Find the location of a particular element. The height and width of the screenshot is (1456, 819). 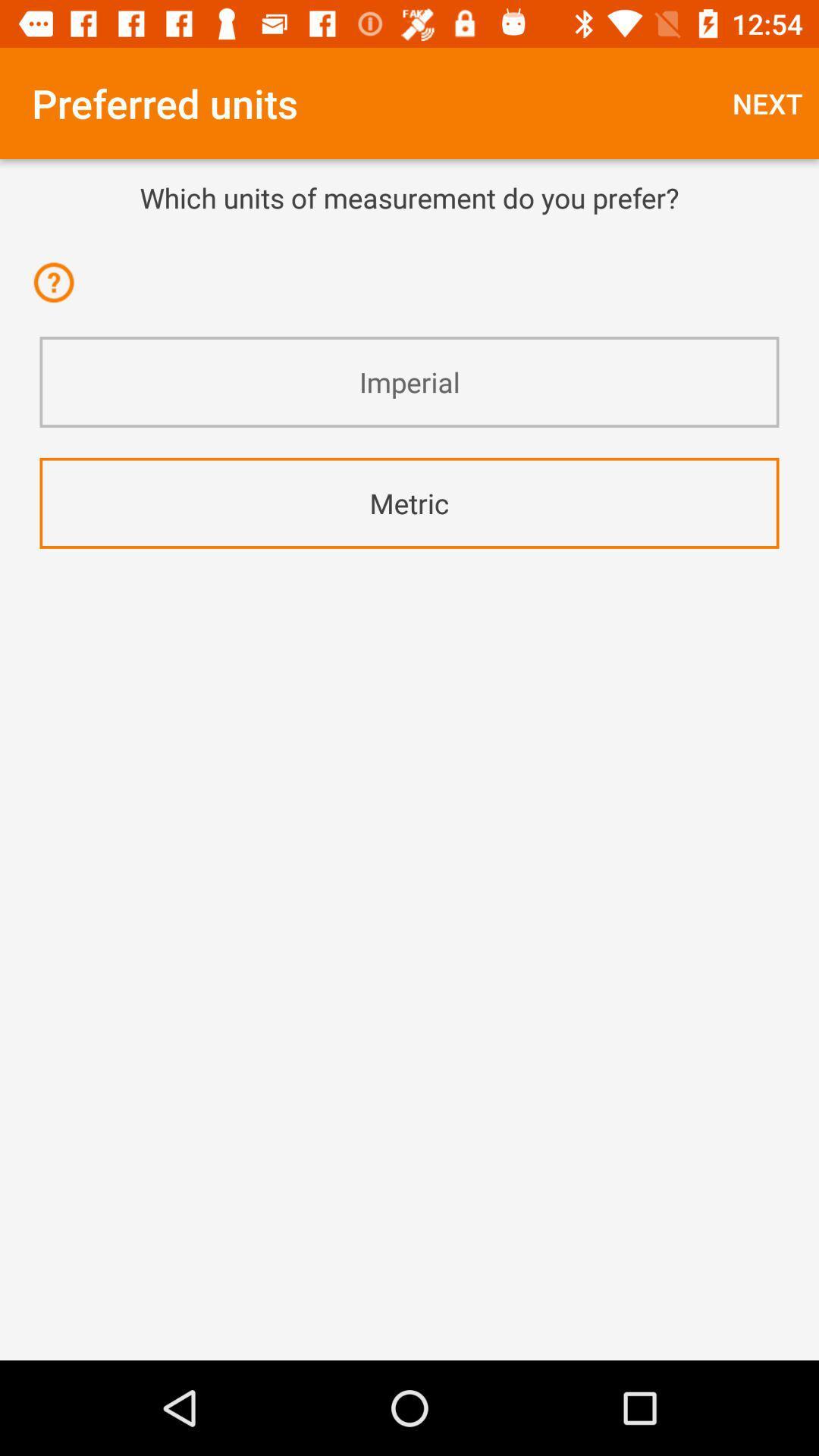

the item below next item is located at coordinates (409, 196).